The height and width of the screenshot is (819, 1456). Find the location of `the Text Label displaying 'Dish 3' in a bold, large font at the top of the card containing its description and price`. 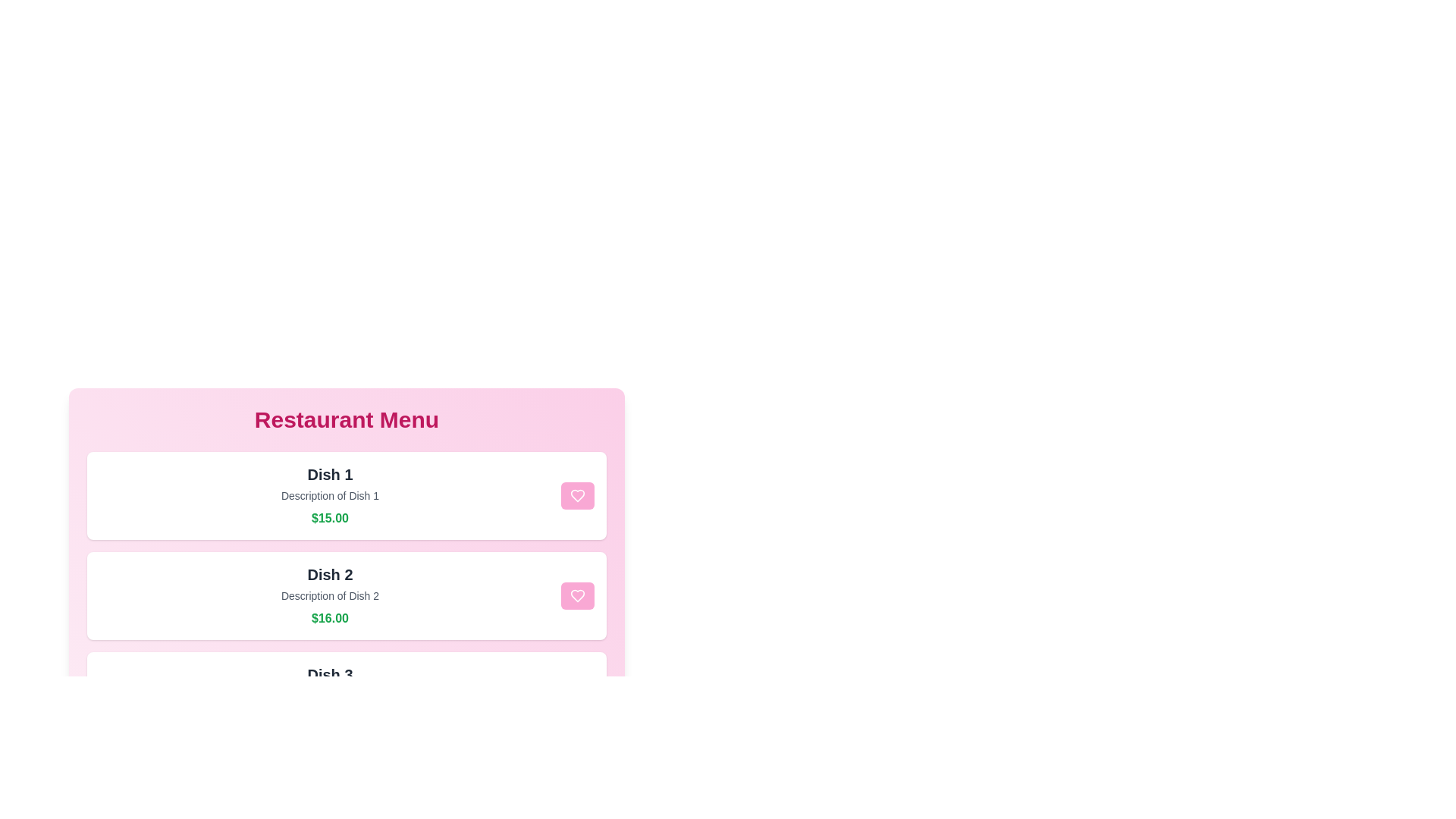

the Text Label displaying 'Dish 3' in a bold, large font at the top of the card containing its description and price is located at coordinates (329, 674).